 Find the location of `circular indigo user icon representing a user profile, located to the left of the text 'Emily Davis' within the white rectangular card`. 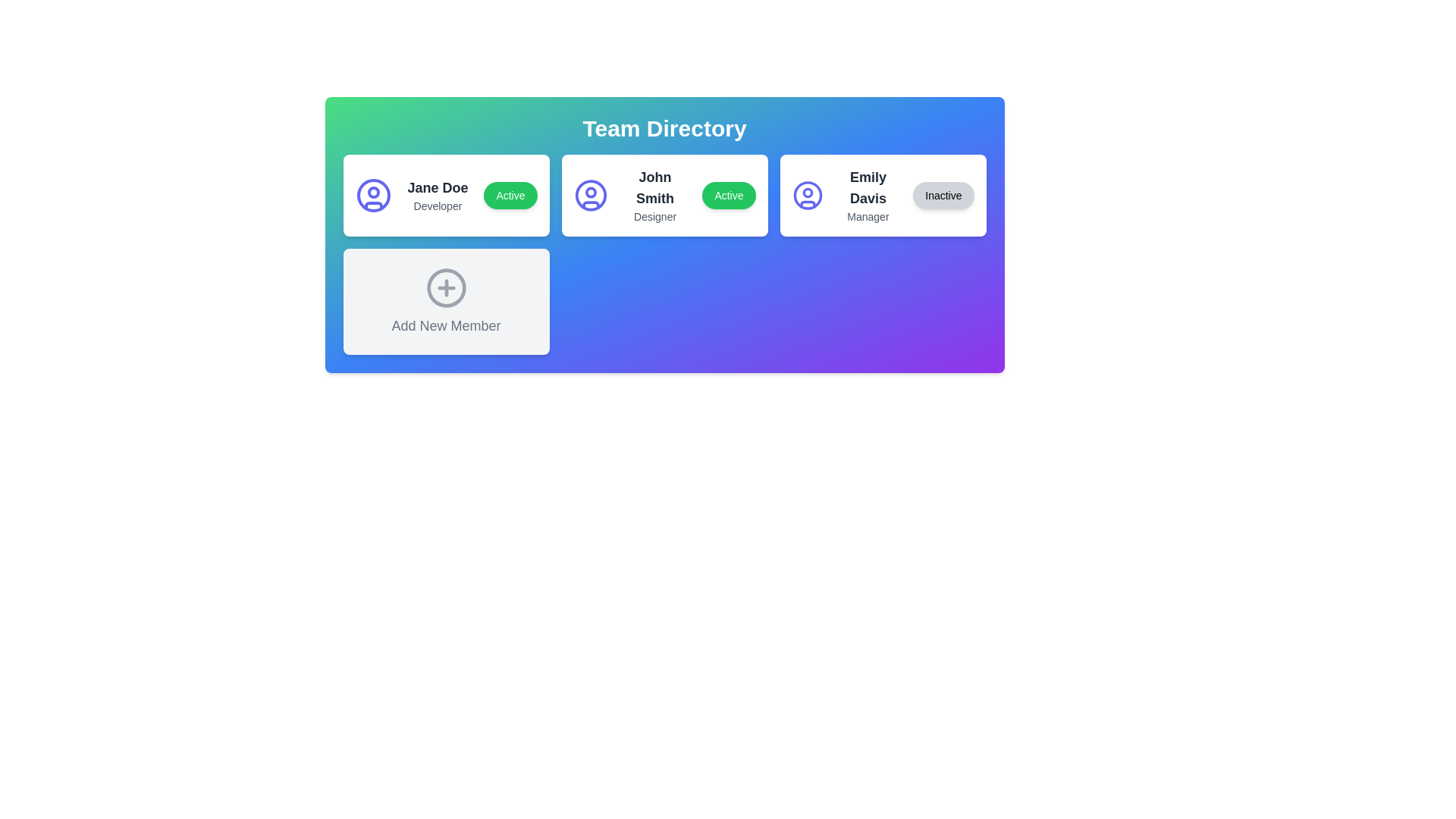

circular indigo user icon representing a user profile, located to the left of the text 'Emily Davis' within the white rectangular card is located at coordinates (807, 195).